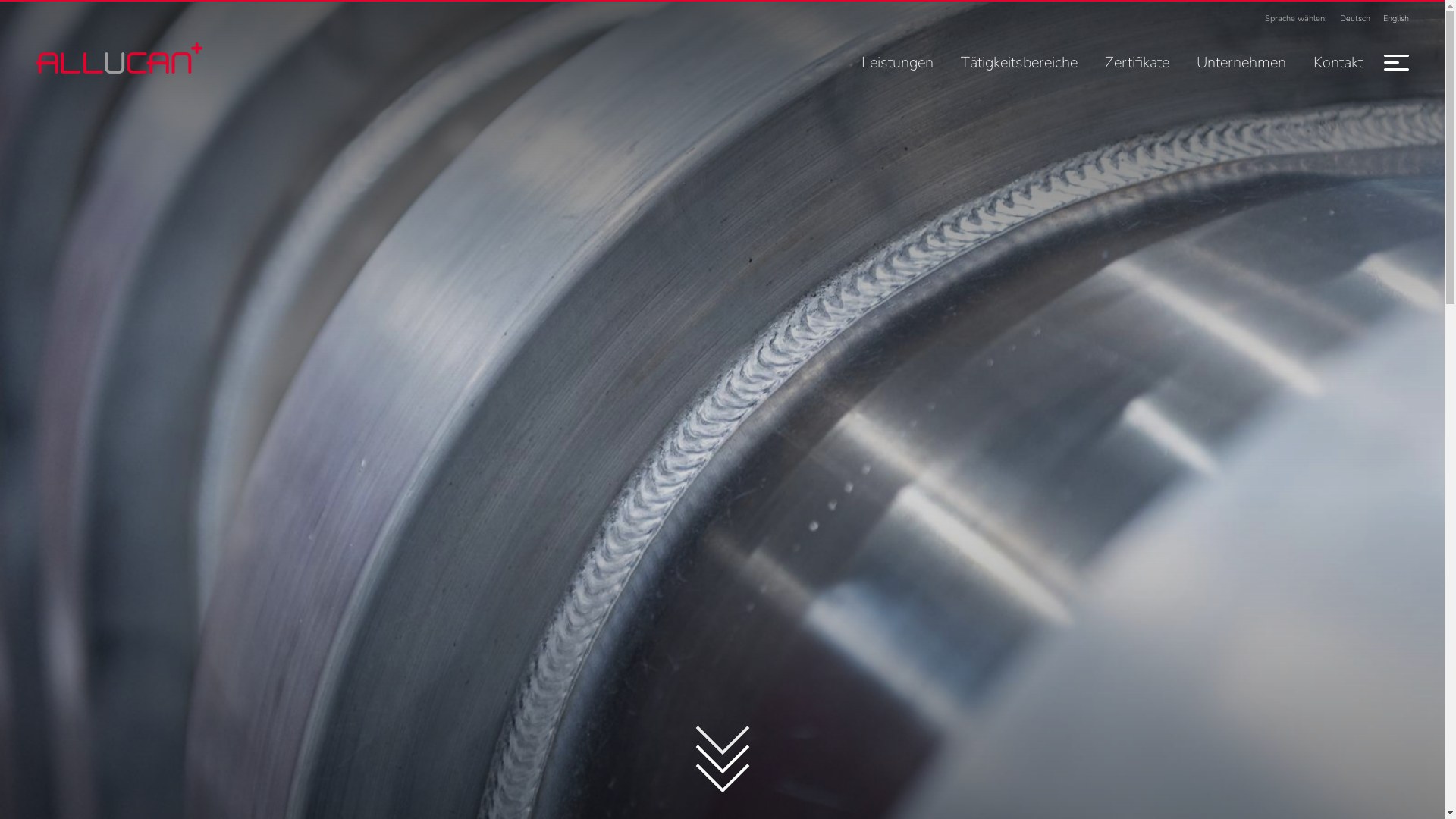  Describe the element at coordinates (1137, 61) in the screenshot. I see `'Zertifikate'` at that location.